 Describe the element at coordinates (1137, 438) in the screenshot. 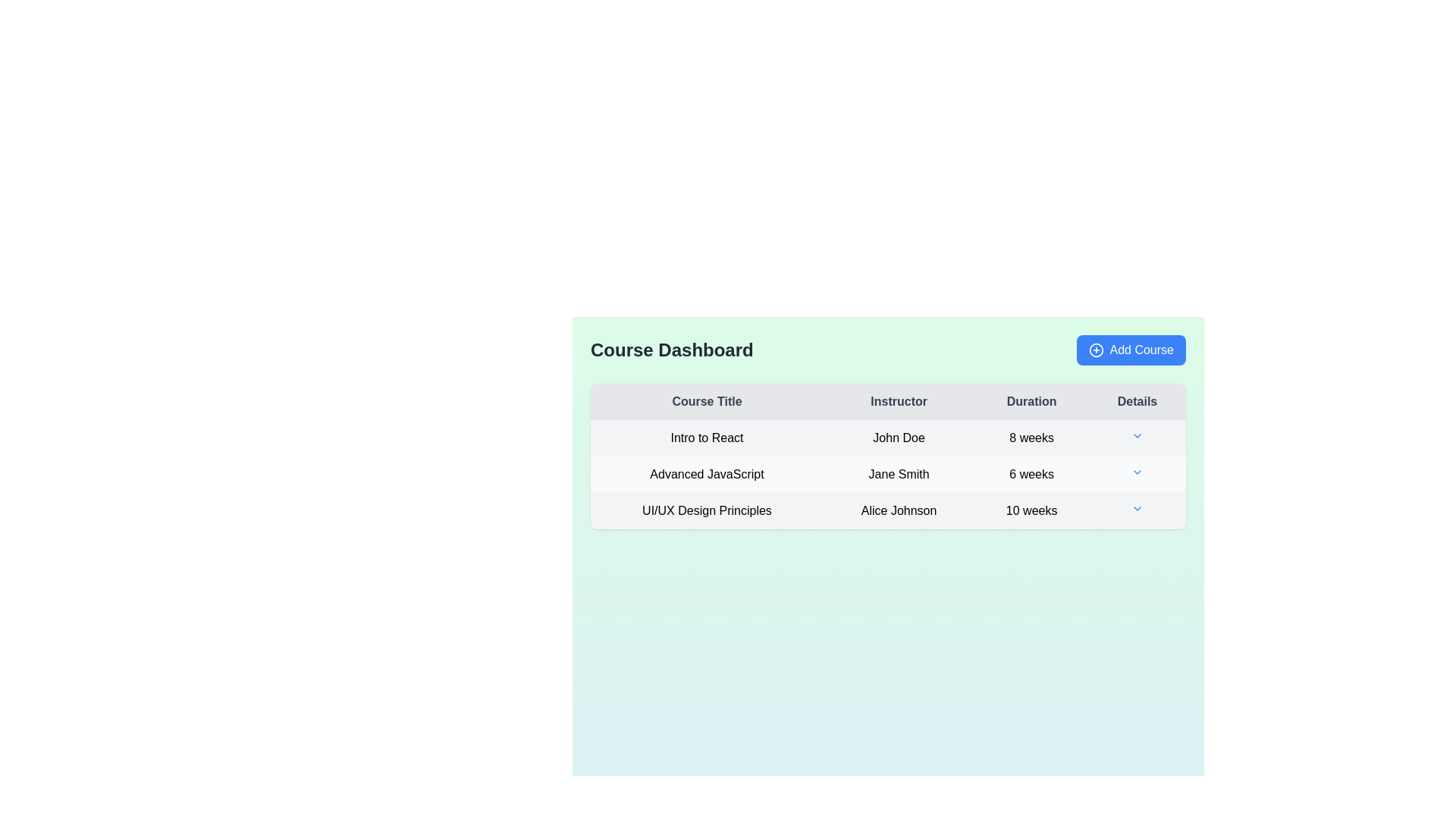

I see `the downward-pointing blue icon button in the 'Details' column of the first row` at that location.